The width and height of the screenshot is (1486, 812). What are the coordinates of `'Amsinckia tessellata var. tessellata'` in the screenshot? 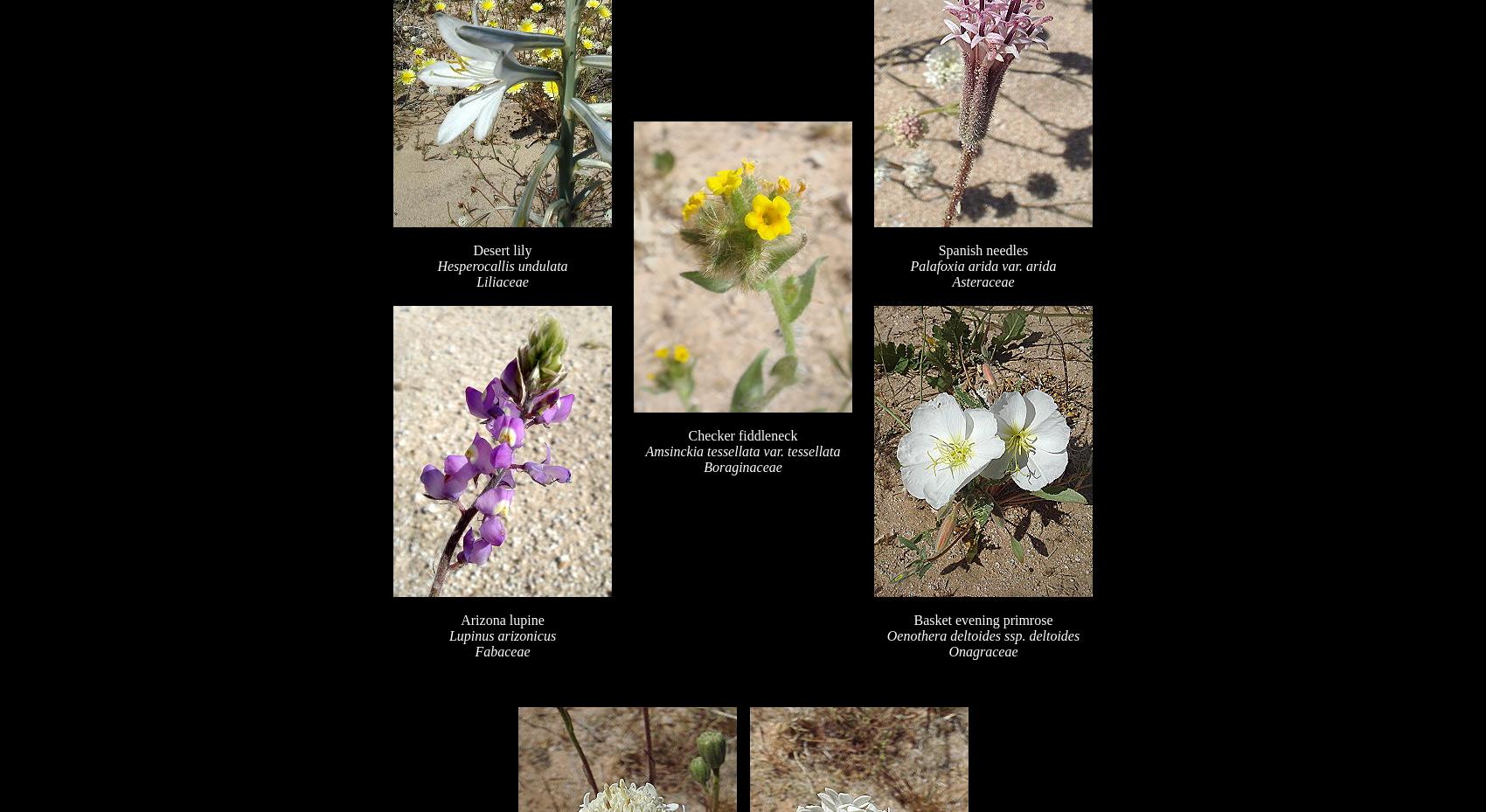 It's located at (741, 450).